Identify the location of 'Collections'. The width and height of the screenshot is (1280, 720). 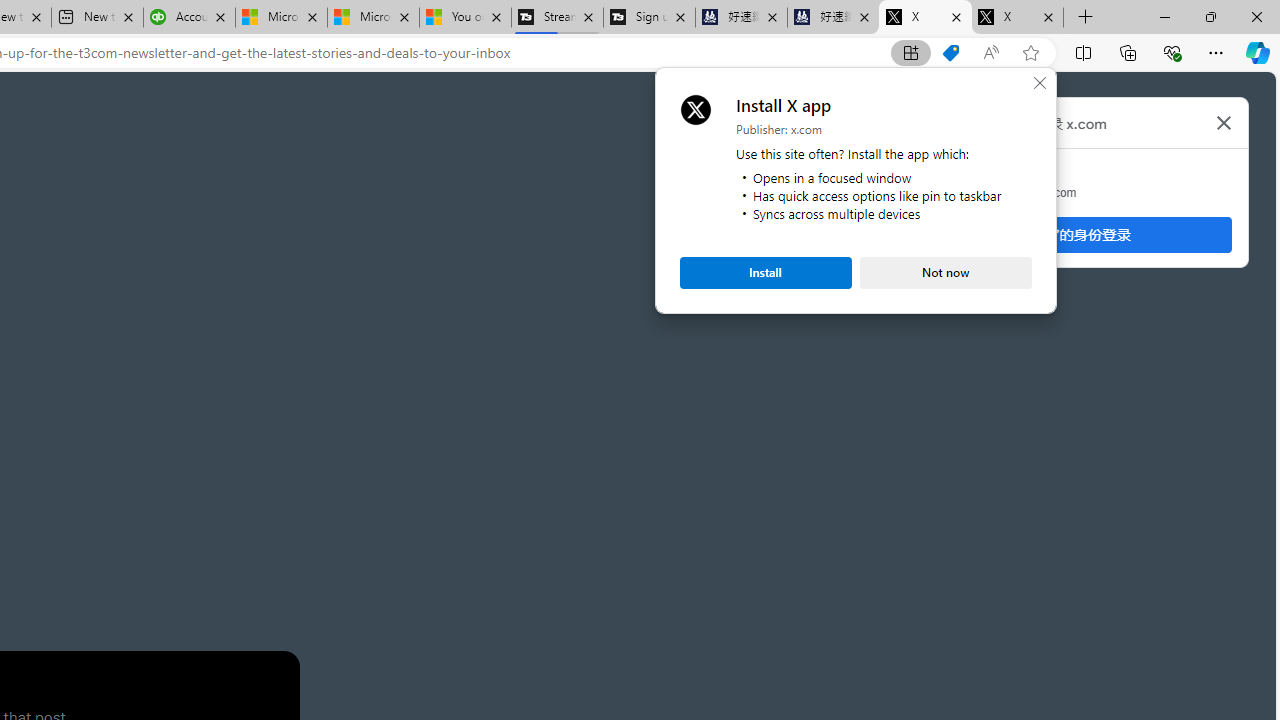
(1128, 51).